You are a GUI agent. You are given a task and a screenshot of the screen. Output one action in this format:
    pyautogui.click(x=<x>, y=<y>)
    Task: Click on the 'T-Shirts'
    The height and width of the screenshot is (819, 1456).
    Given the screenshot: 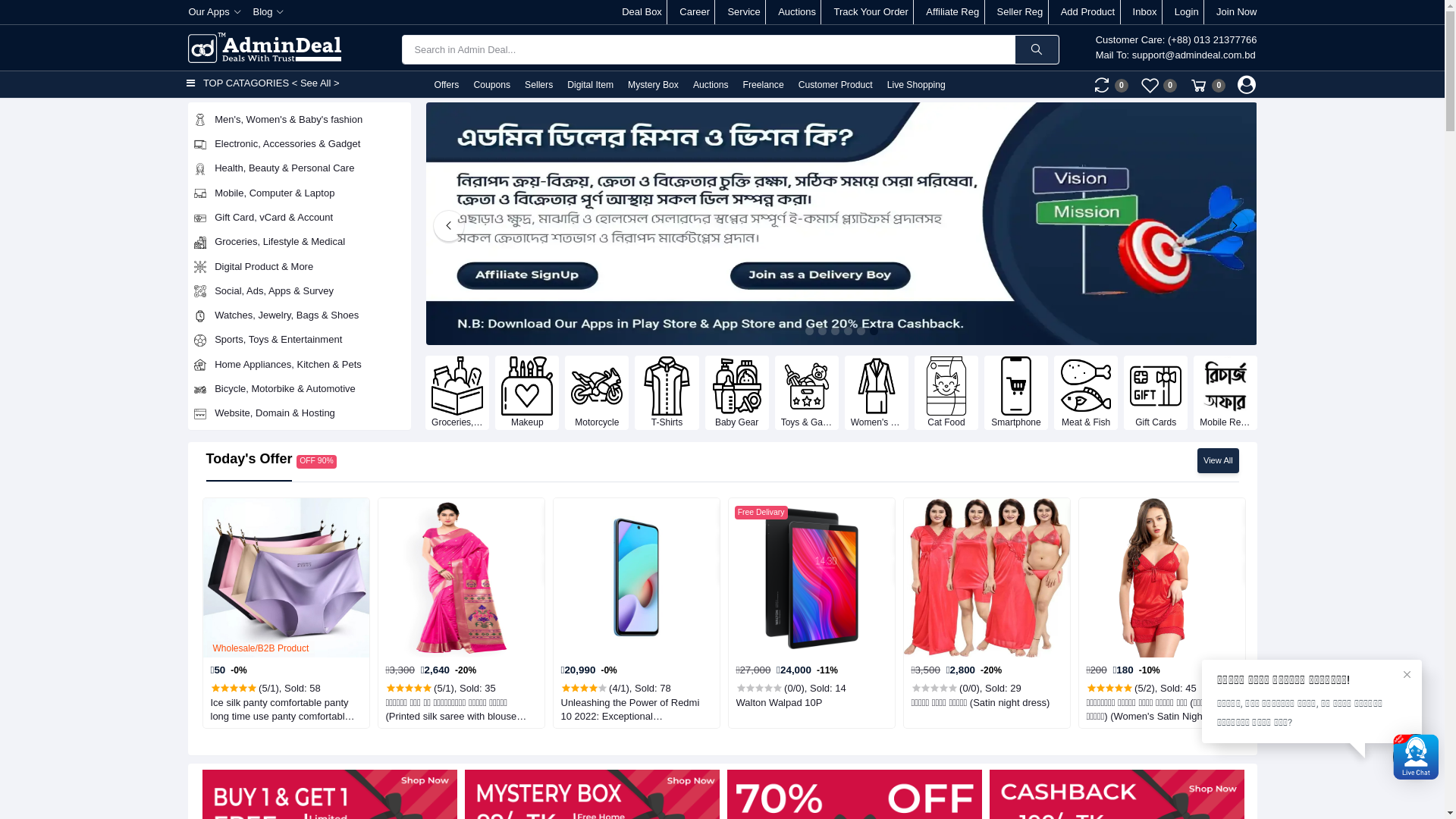 What is the action you would take?
    pyautogui.click(x=666, y=391)
    